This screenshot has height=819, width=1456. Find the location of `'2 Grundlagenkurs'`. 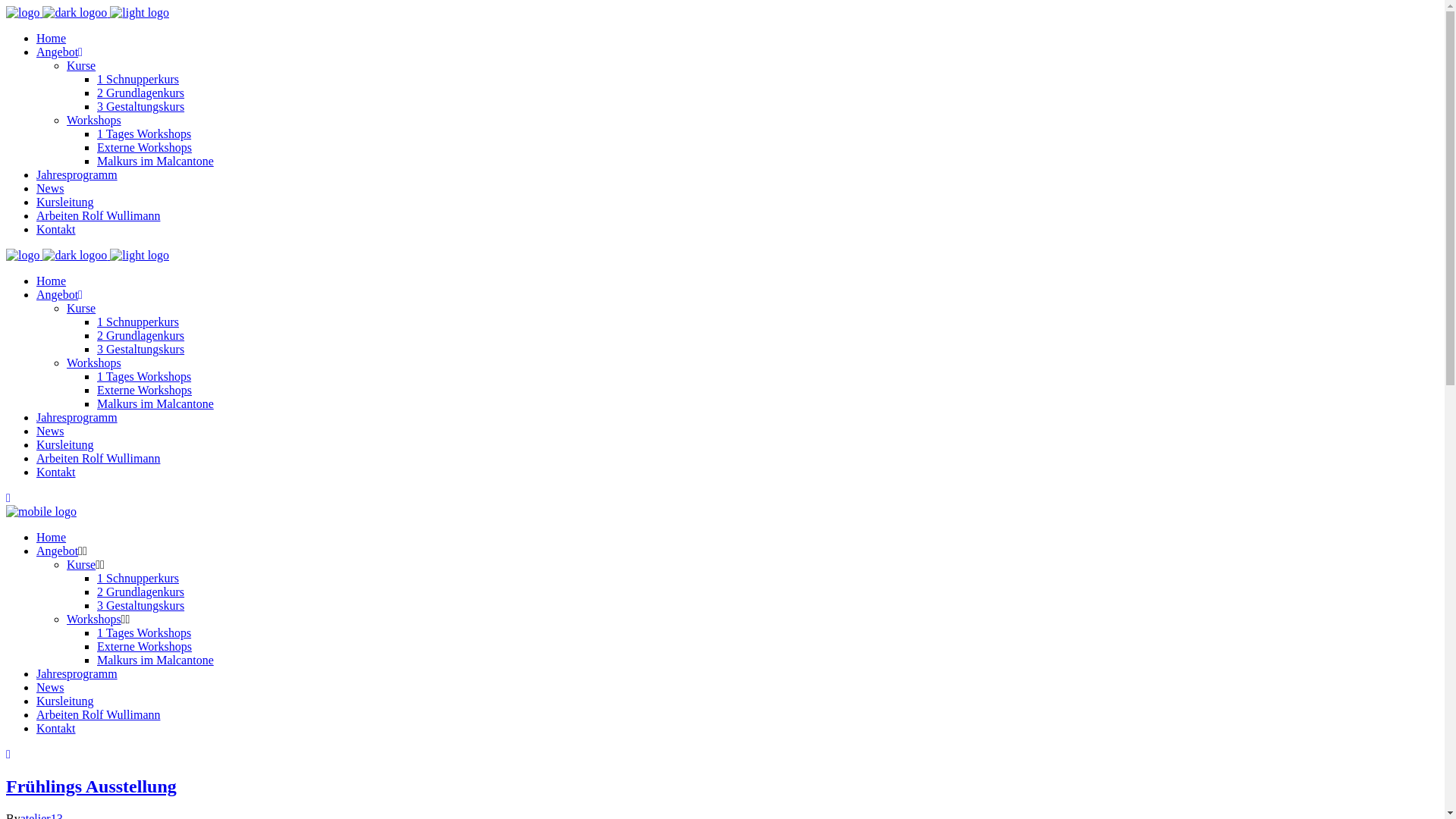

'2 Grundlagenkurs' is located at coordinates (140, 93).